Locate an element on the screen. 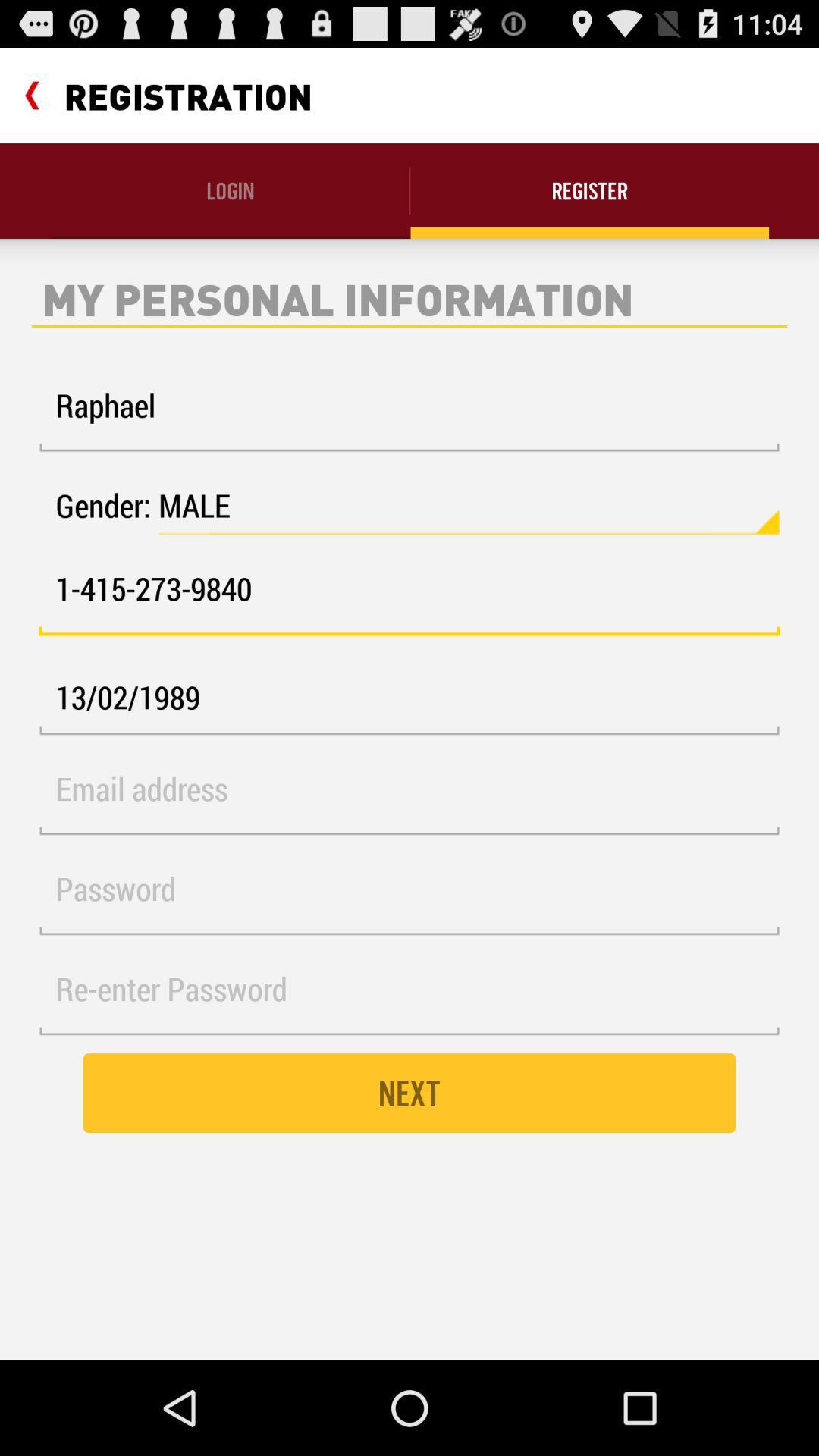 This screenshot has height=1456, width=819. the male is located at coordinates (468, 506).